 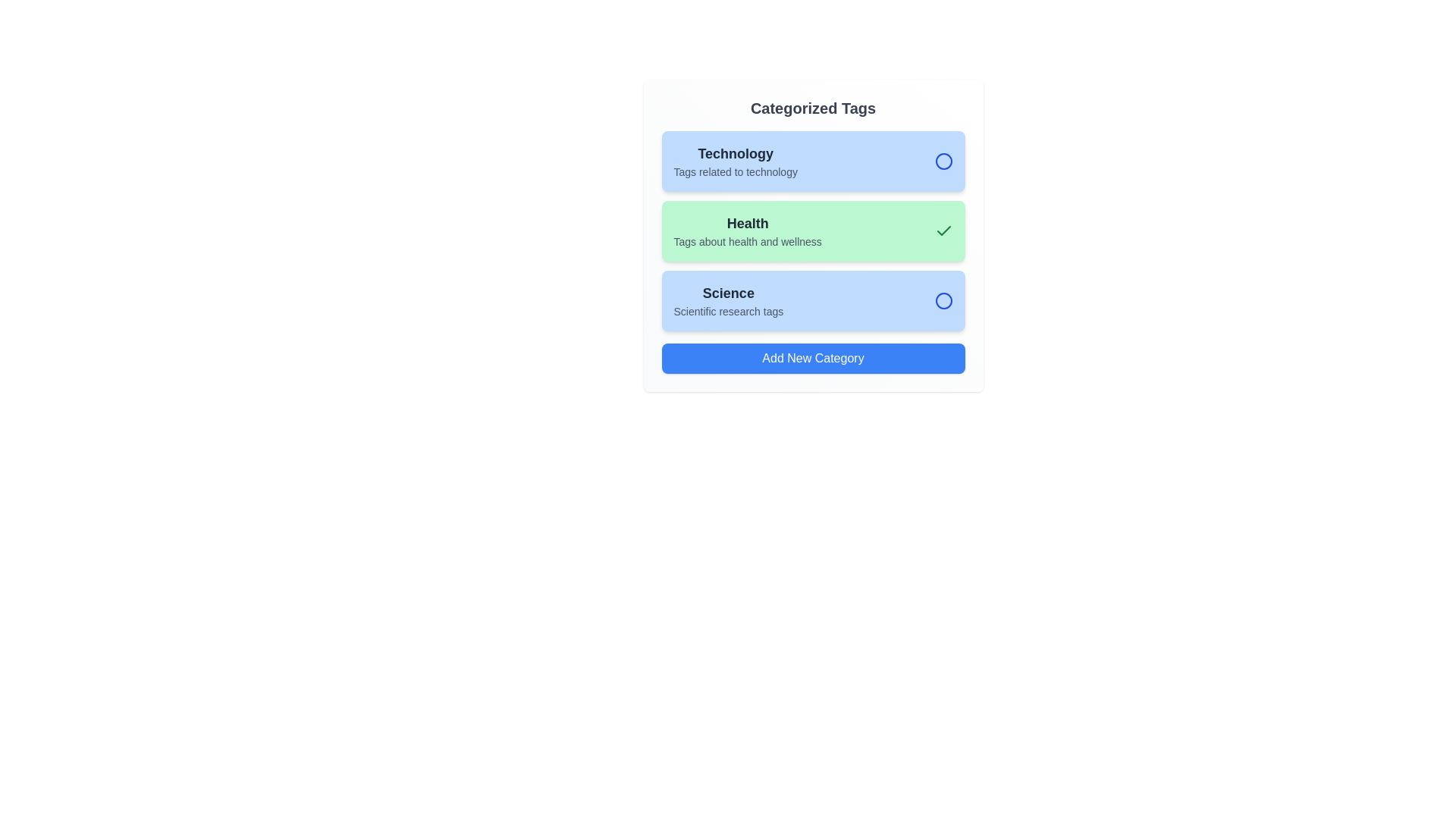 I want to click on the category Science to toggle its selected state, so click(x=812, y=301).